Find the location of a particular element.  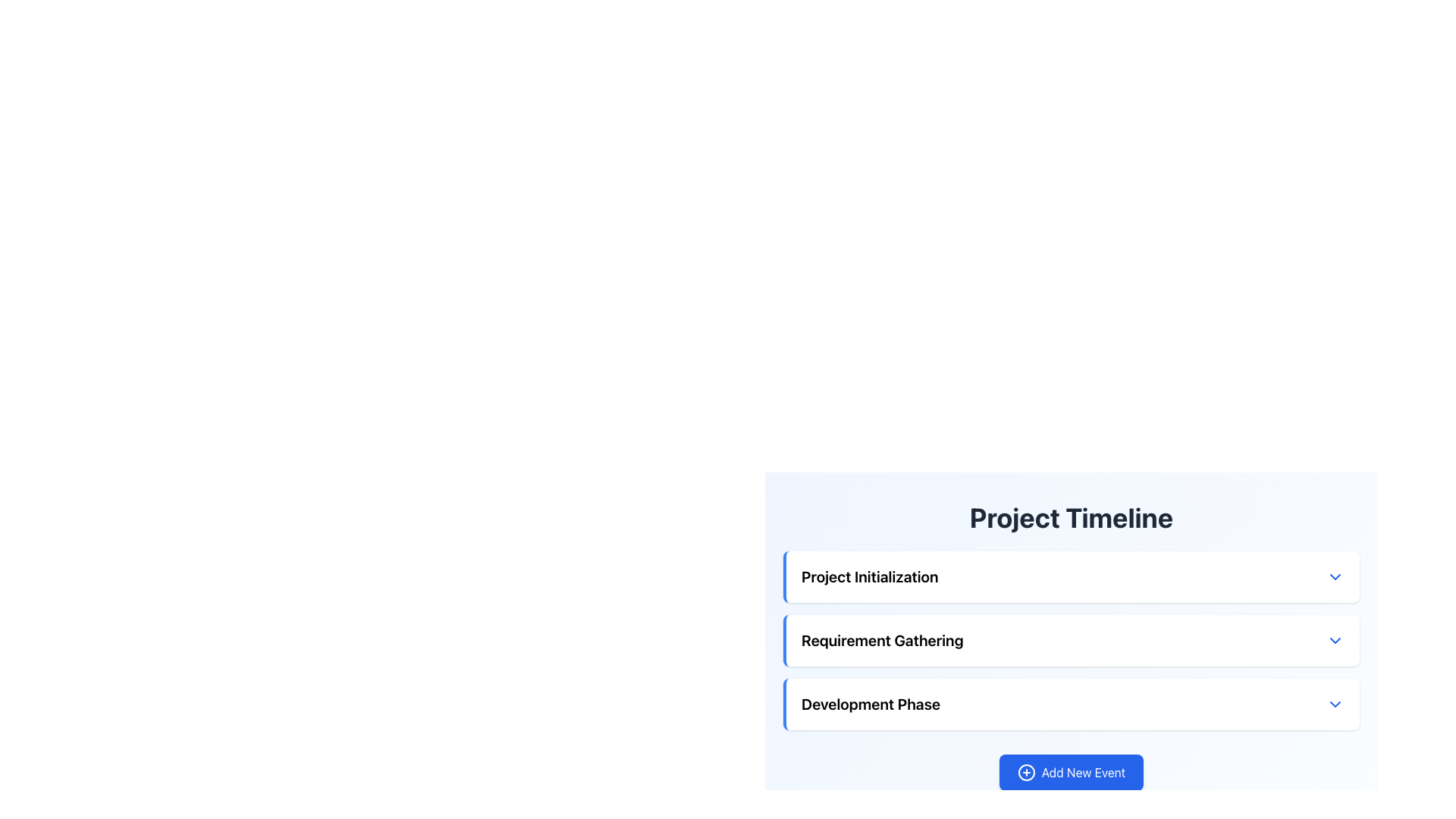

the Dropdown toggle button for the 'Requirement Gathering' section to change its color is located at coordinates (1335, 640).